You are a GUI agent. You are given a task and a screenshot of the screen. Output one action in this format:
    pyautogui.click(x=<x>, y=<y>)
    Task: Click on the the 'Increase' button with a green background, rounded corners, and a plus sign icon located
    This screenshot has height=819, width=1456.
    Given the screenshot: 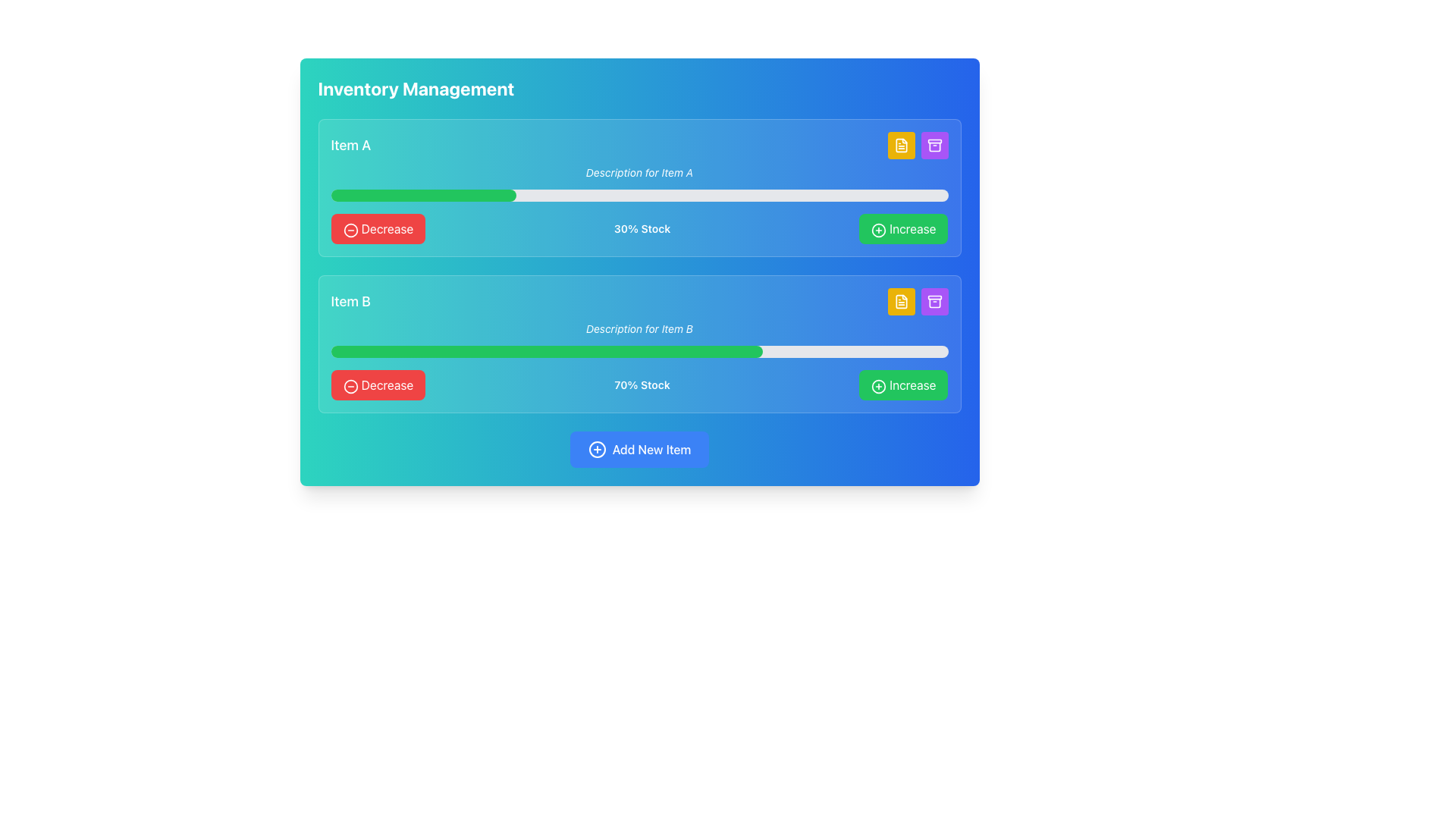 What is the action you would take?
    pyautogui.click(x=903, y=384)
    